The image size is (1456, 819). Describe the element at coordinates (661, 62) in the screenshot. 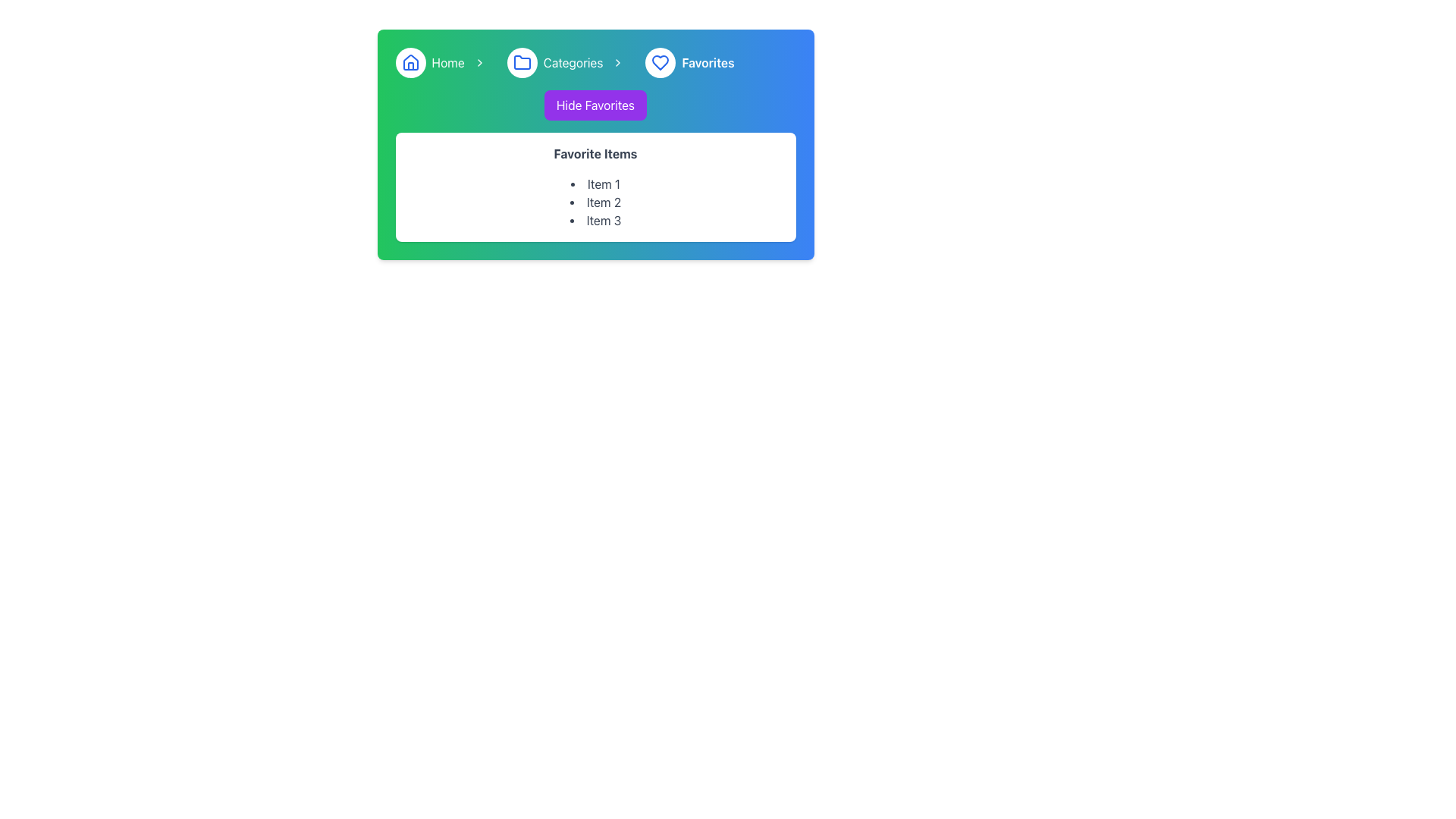

I see `the decorative icon within the circular button located at the top-right section of the interface, which is part of the favorites section` at that location.